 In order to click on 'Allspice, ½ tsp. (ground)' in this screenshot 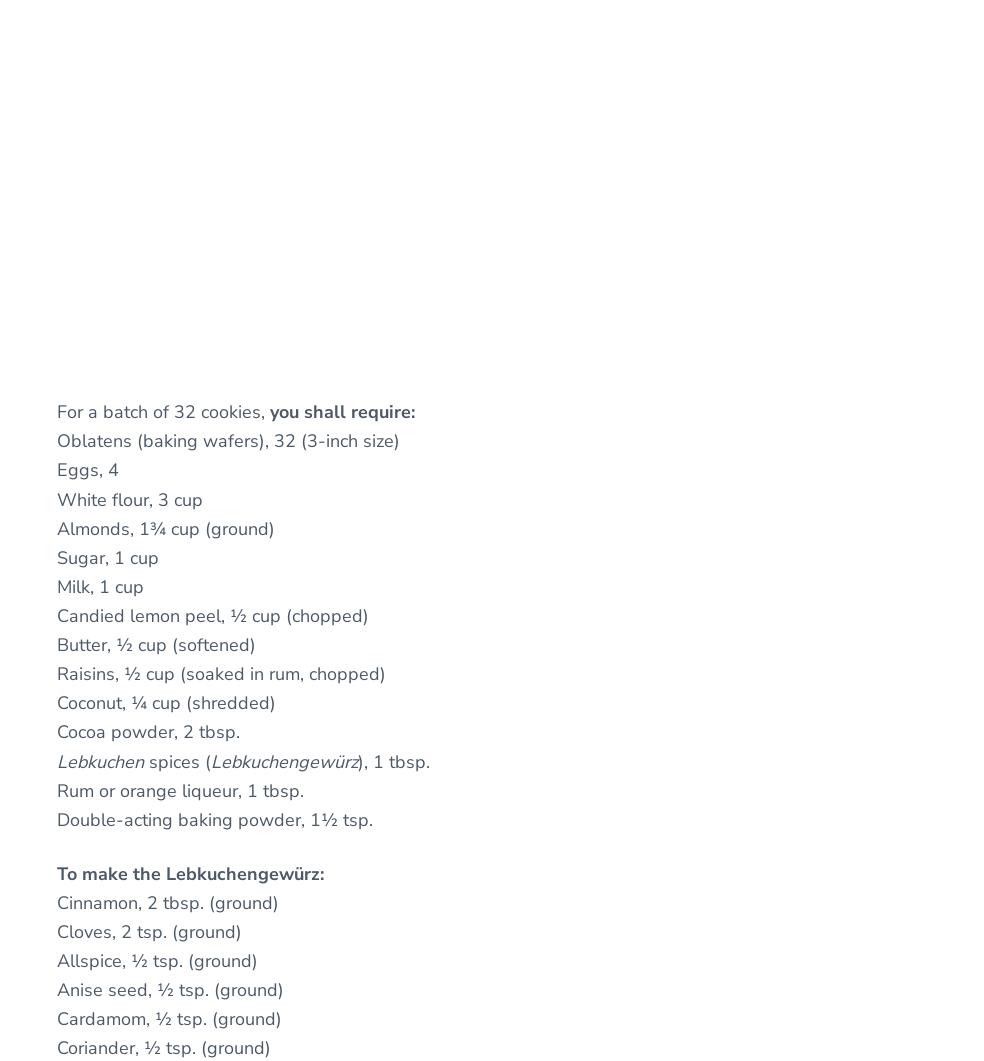, I will do `click(157, 959)`.